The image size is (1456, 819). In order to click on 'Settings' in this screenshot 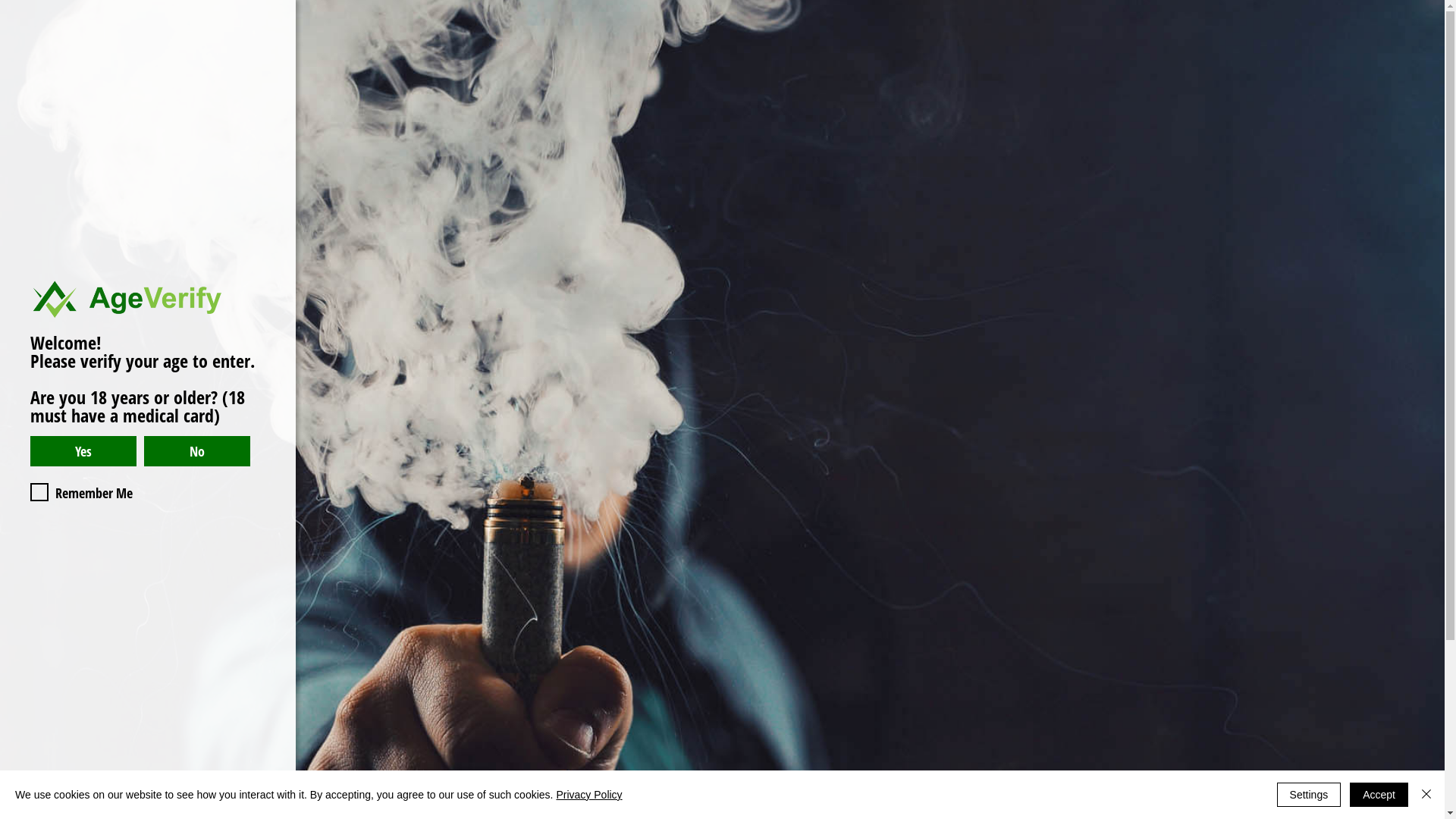, I will do `click(1308, 794)`.